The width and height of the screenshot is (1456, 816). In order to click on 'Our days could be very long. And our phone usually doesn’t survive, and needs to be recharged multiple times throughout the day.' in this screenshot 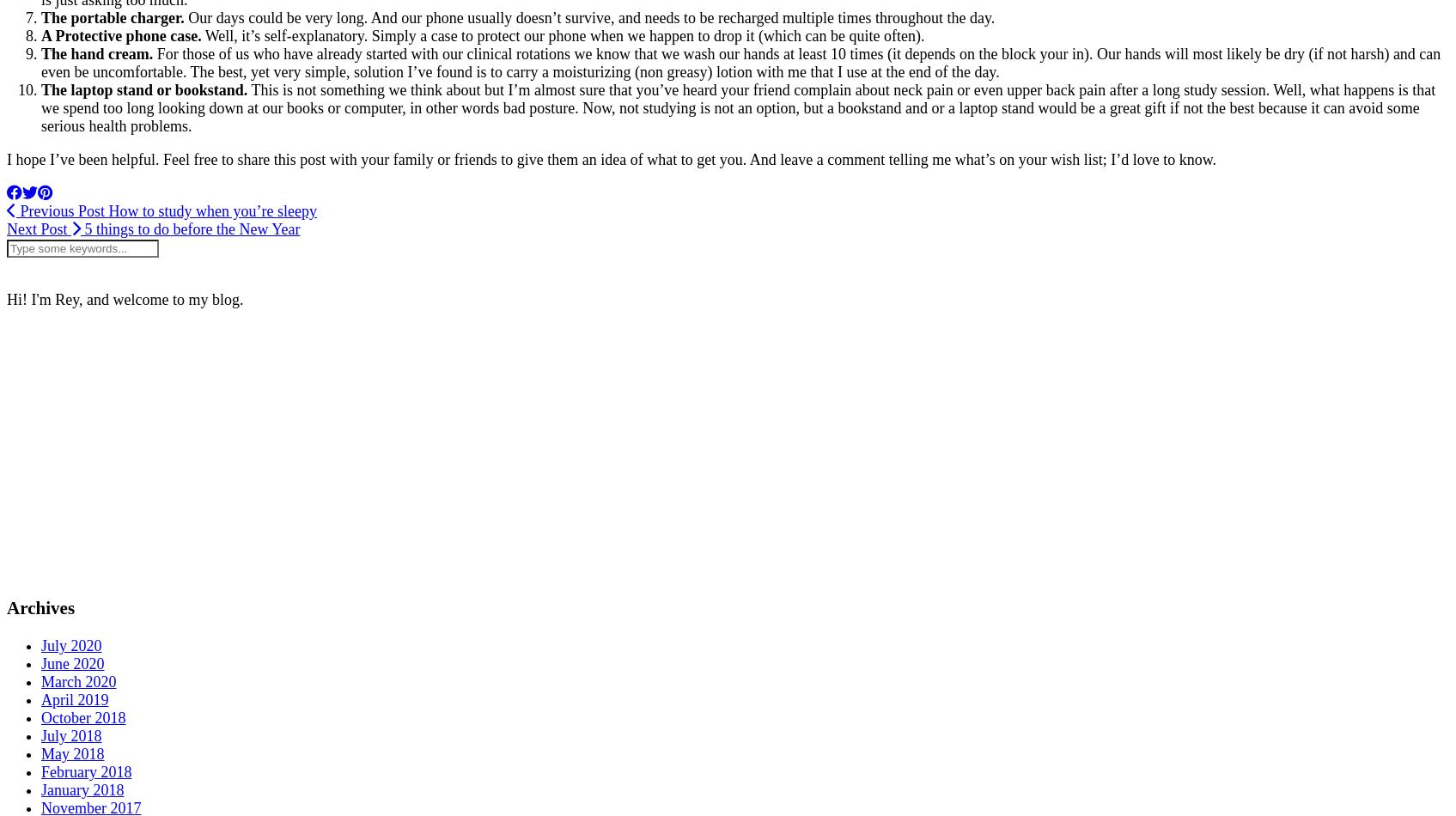, I will do `click(588, 17)`.